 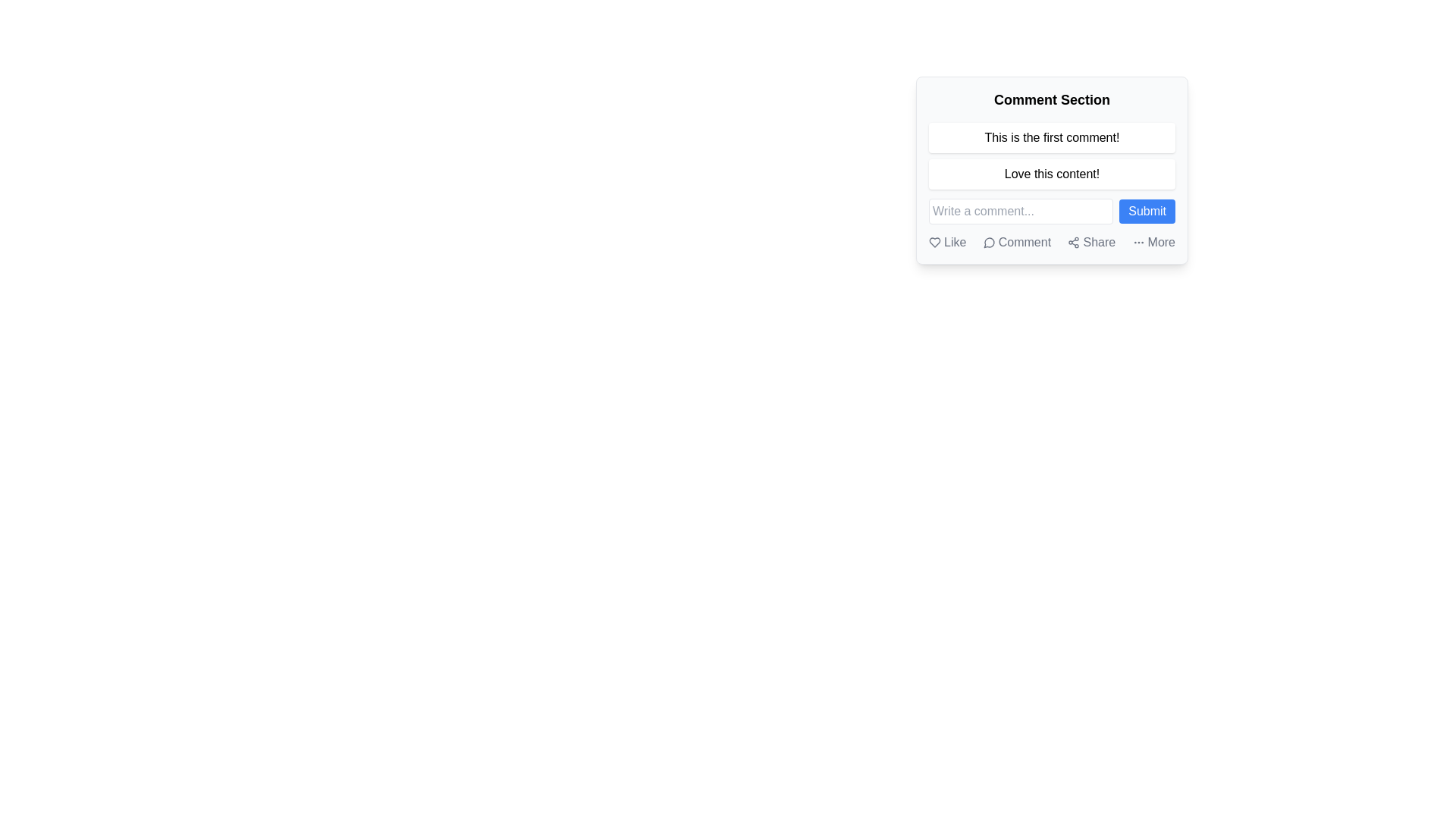 What do you see at coordinates (934, 242) in the screenshot?
I see `the heart icon representing the 'Like' action located in the lower-left section of the comment interface` at bounding box center [934, 242].